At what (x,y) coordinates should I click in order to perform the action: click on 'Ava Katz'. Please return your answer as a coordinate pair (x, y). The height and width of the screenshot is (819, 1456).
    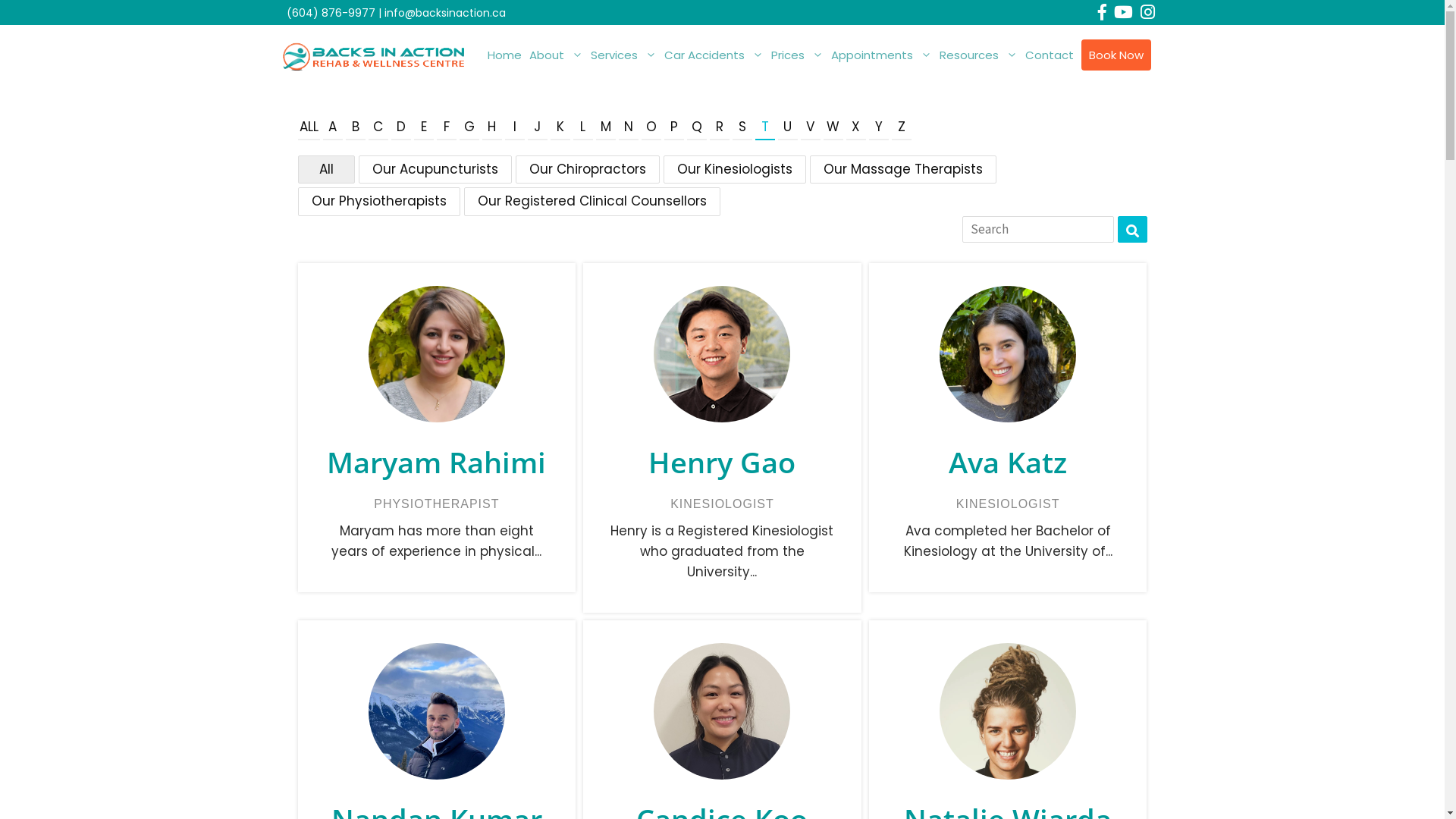
    Looking at the image, I should click on (1008, 461).